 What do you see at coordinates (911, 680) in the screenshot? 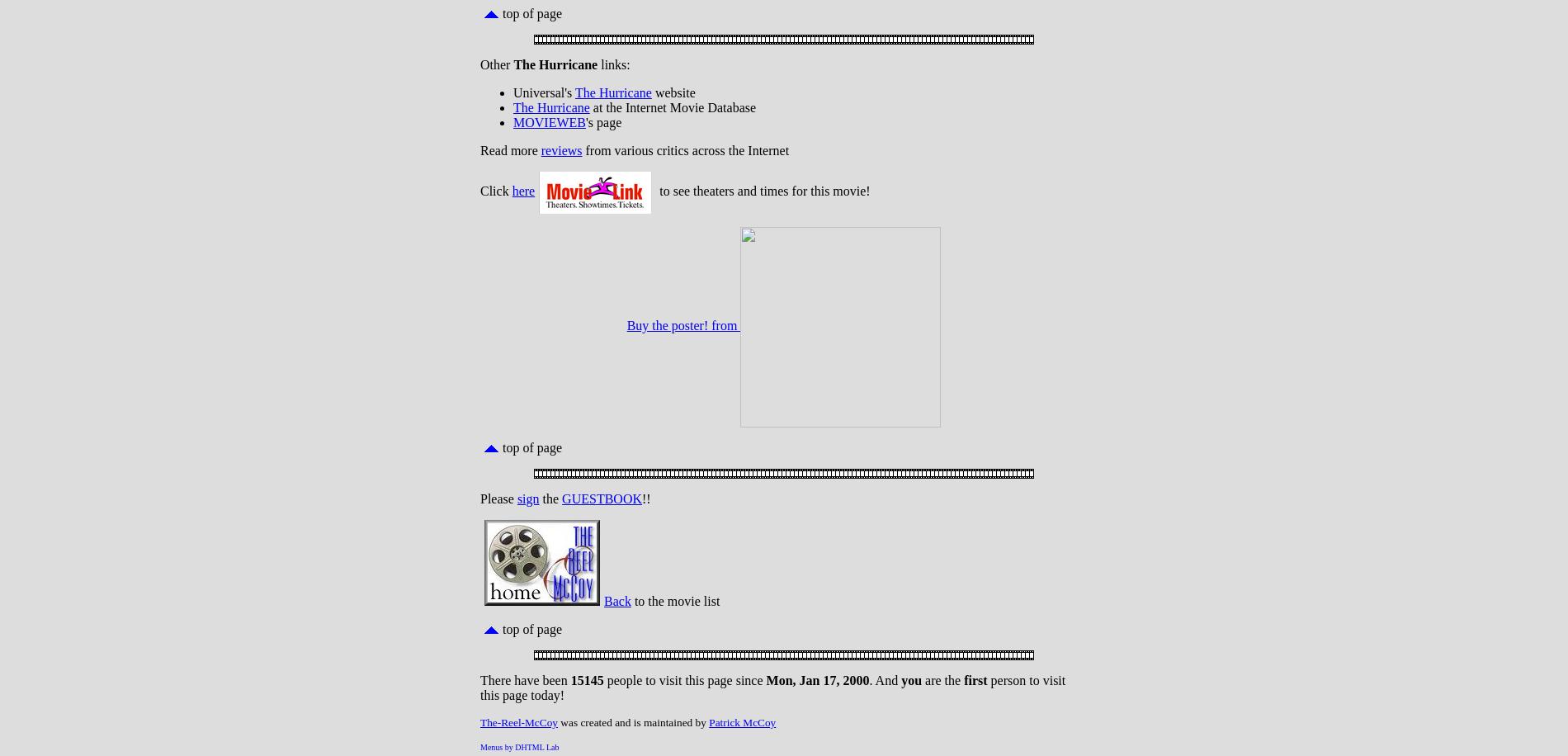
I see `'you'` at bounding box center [911, 680].